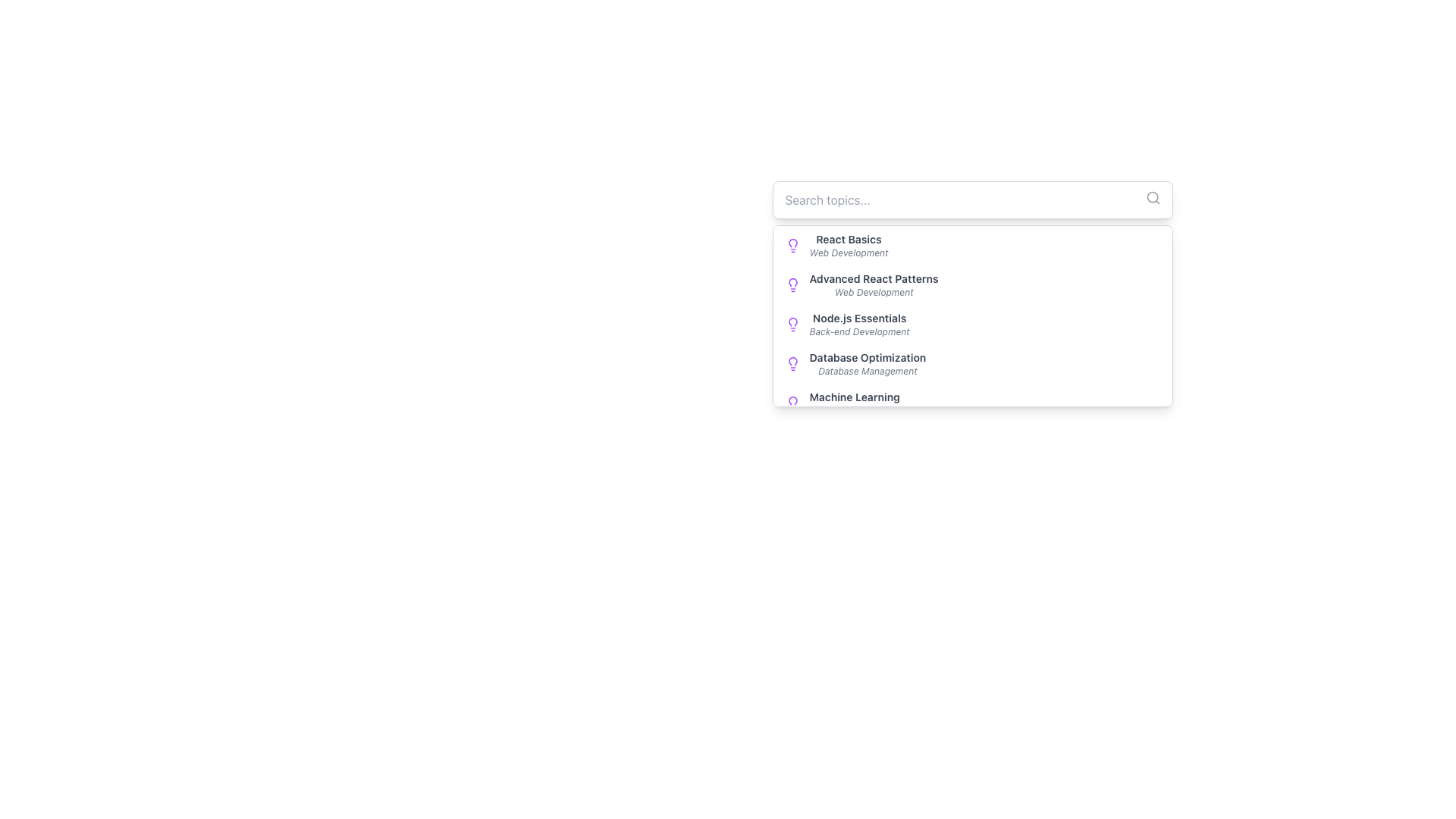 The image size is (1456, 819). I want to click on the descriptive Text Label indicating the category or focus area of the course, which is the second entry in the list below 'Advanced React Patterns', so click(874, 292).